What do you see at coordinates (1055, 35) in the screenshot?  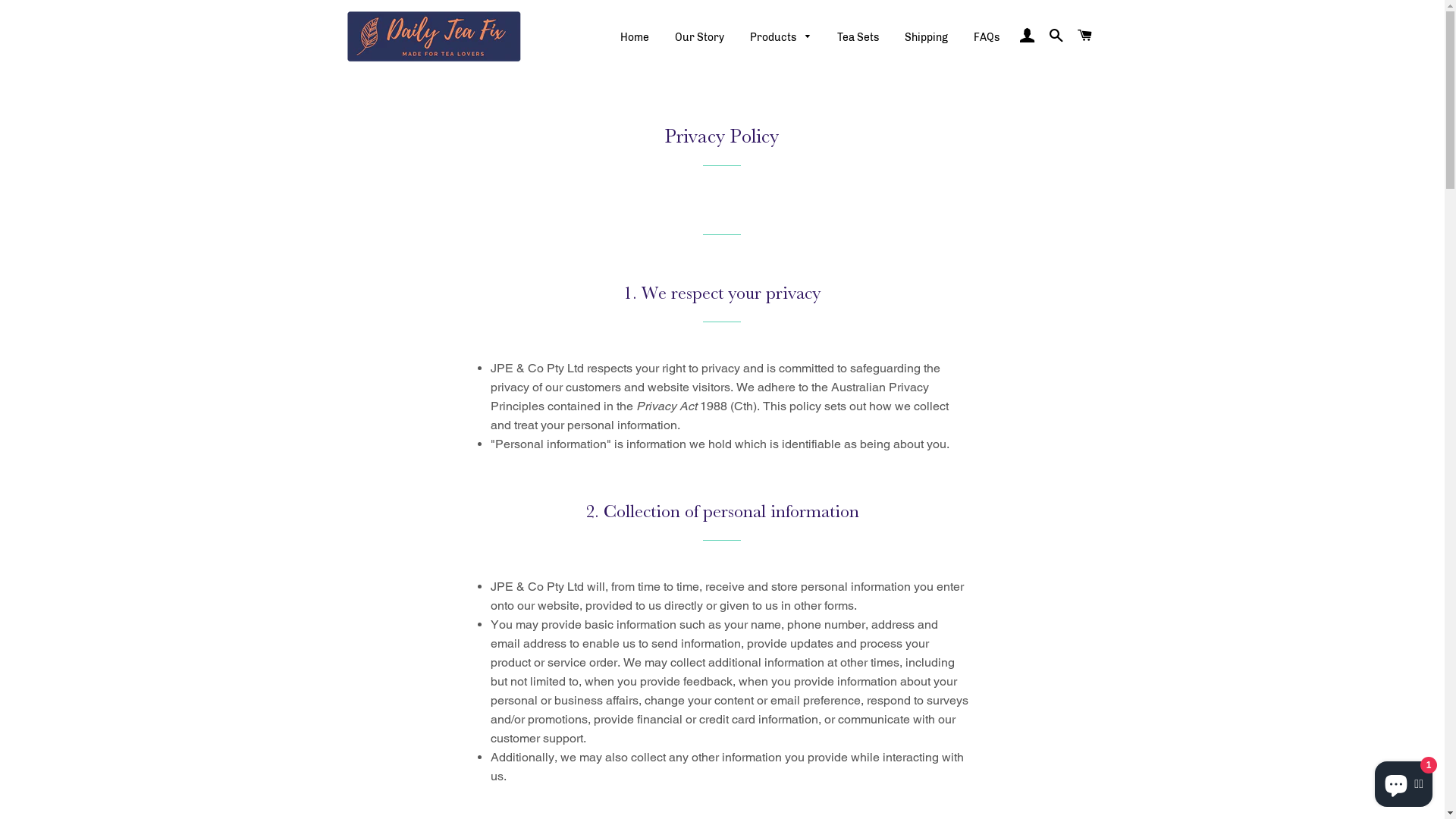 I see `'Search'` at bounding box center [1055, 35].